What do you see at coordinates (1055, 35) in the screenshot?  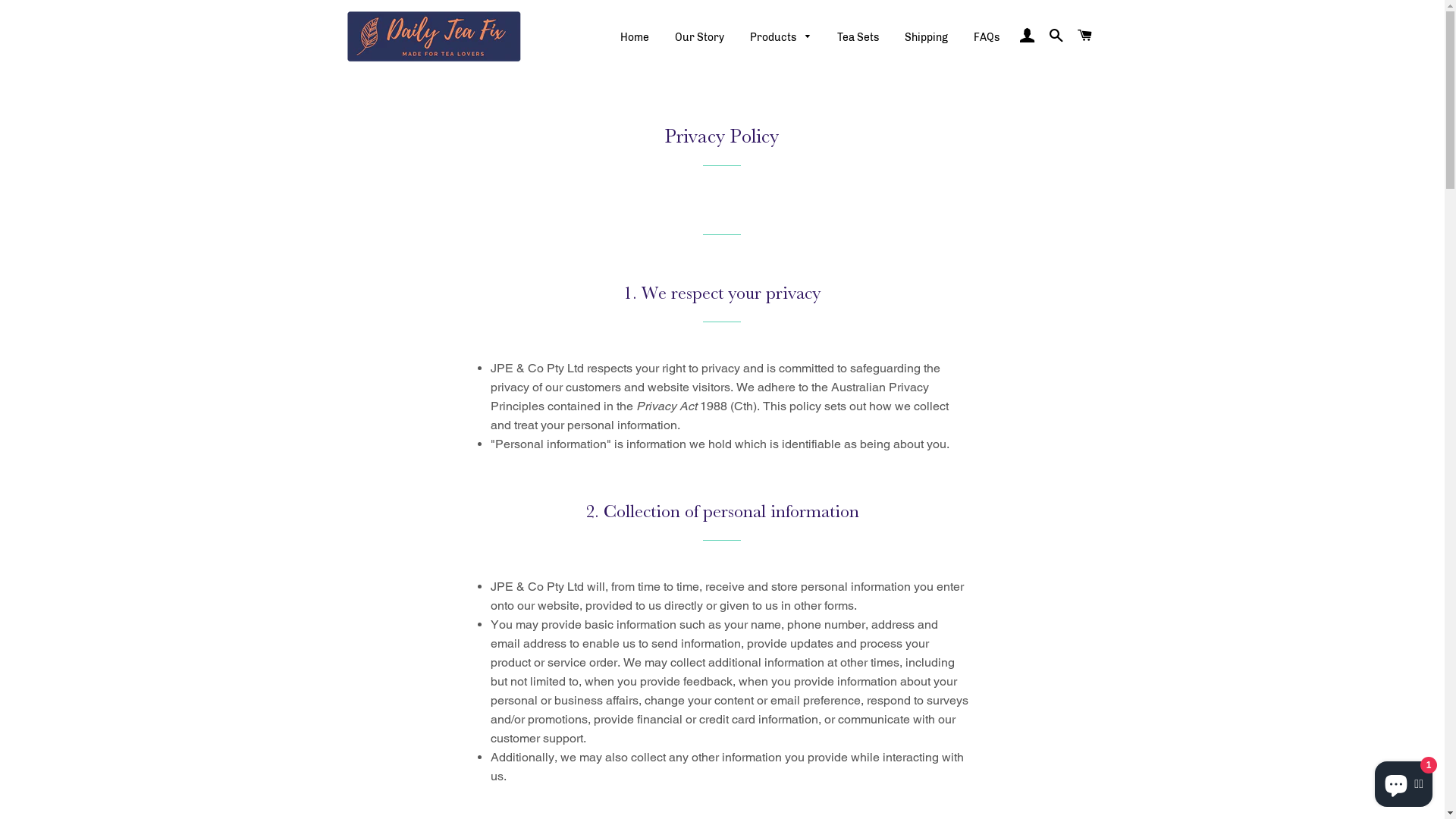 I see `'Search'` at bounding box center [1055, 35].